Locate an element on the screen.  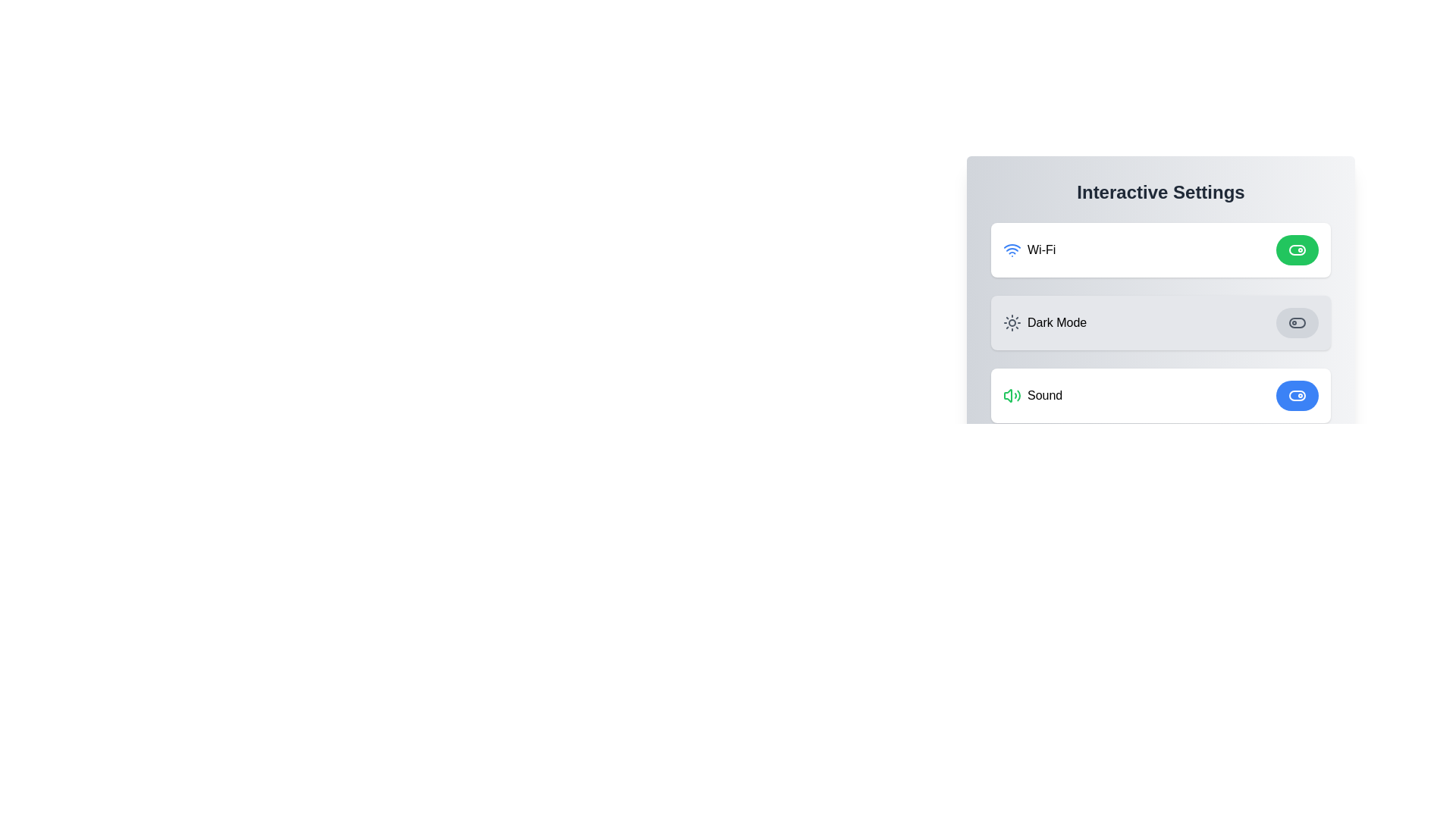
the Dark Mode toggle option in the Interactive Settings menu is located at coordinates (1160, 322).